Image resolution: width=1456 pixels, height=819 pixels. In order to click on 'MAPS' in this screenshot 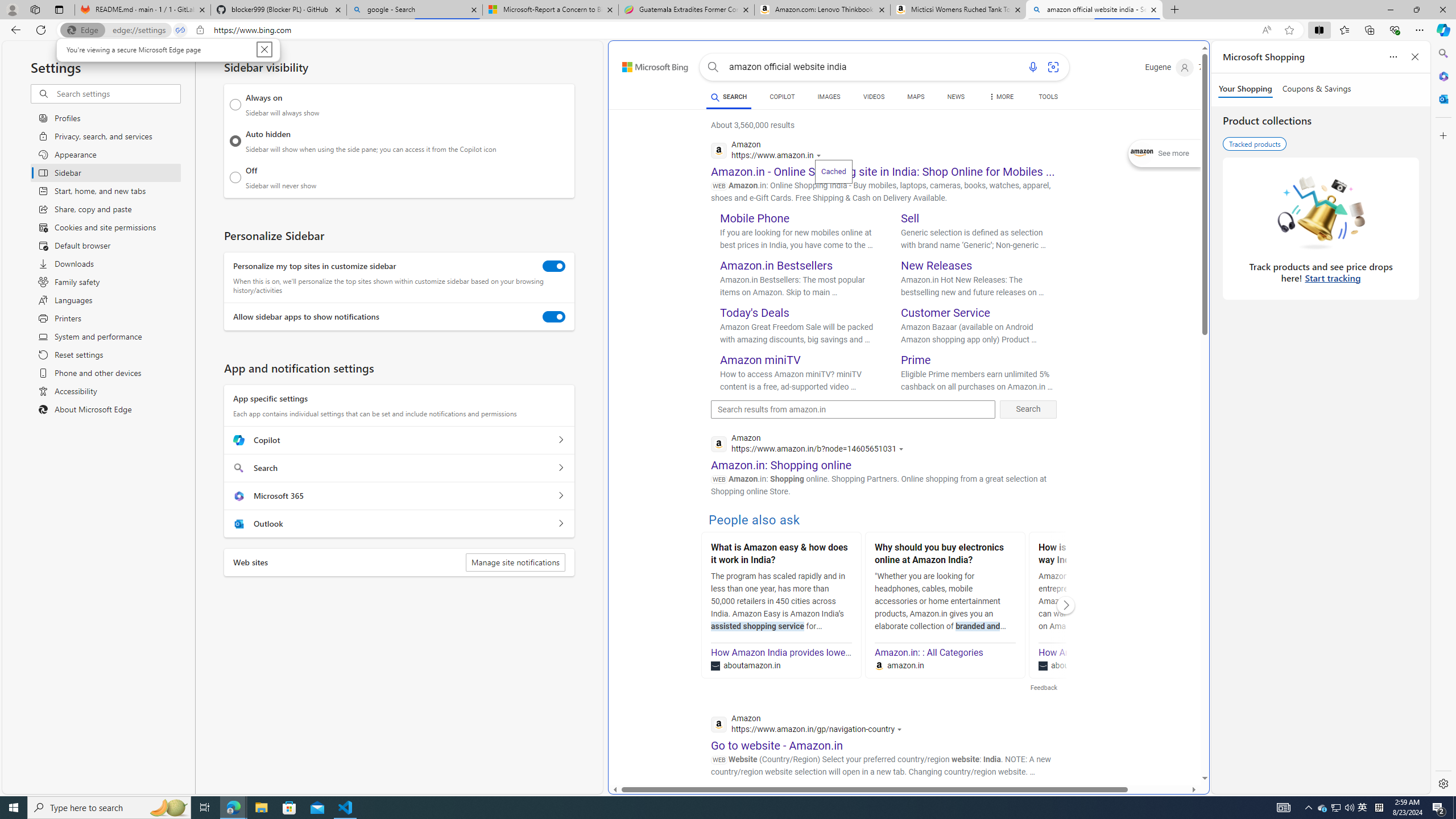, I will do `click(916, 98)`.